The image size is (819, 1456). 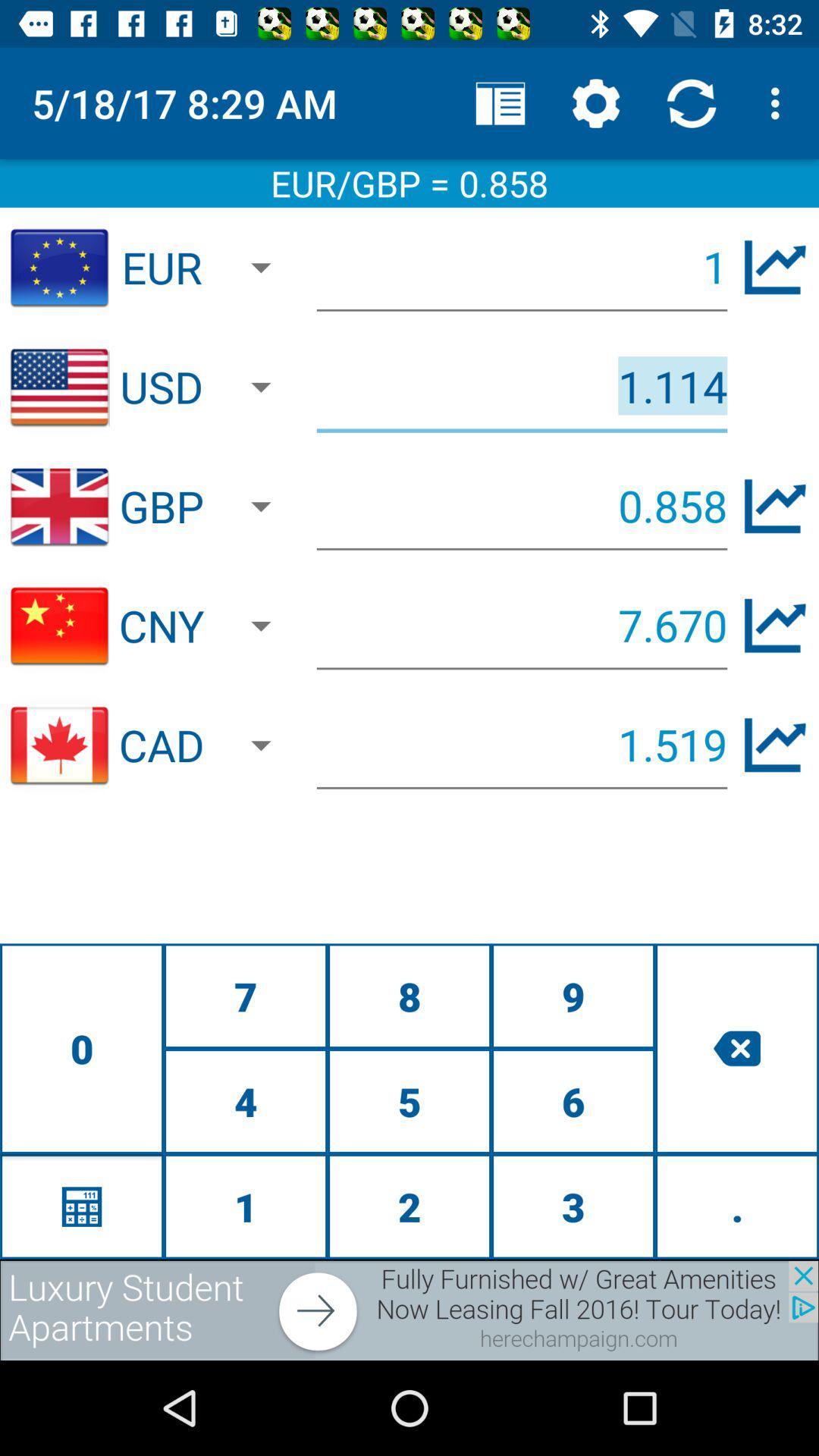 What do you see at coordinates (775, 267) in the screenshot?
I see `open graph` at bounding box center [775, 267].